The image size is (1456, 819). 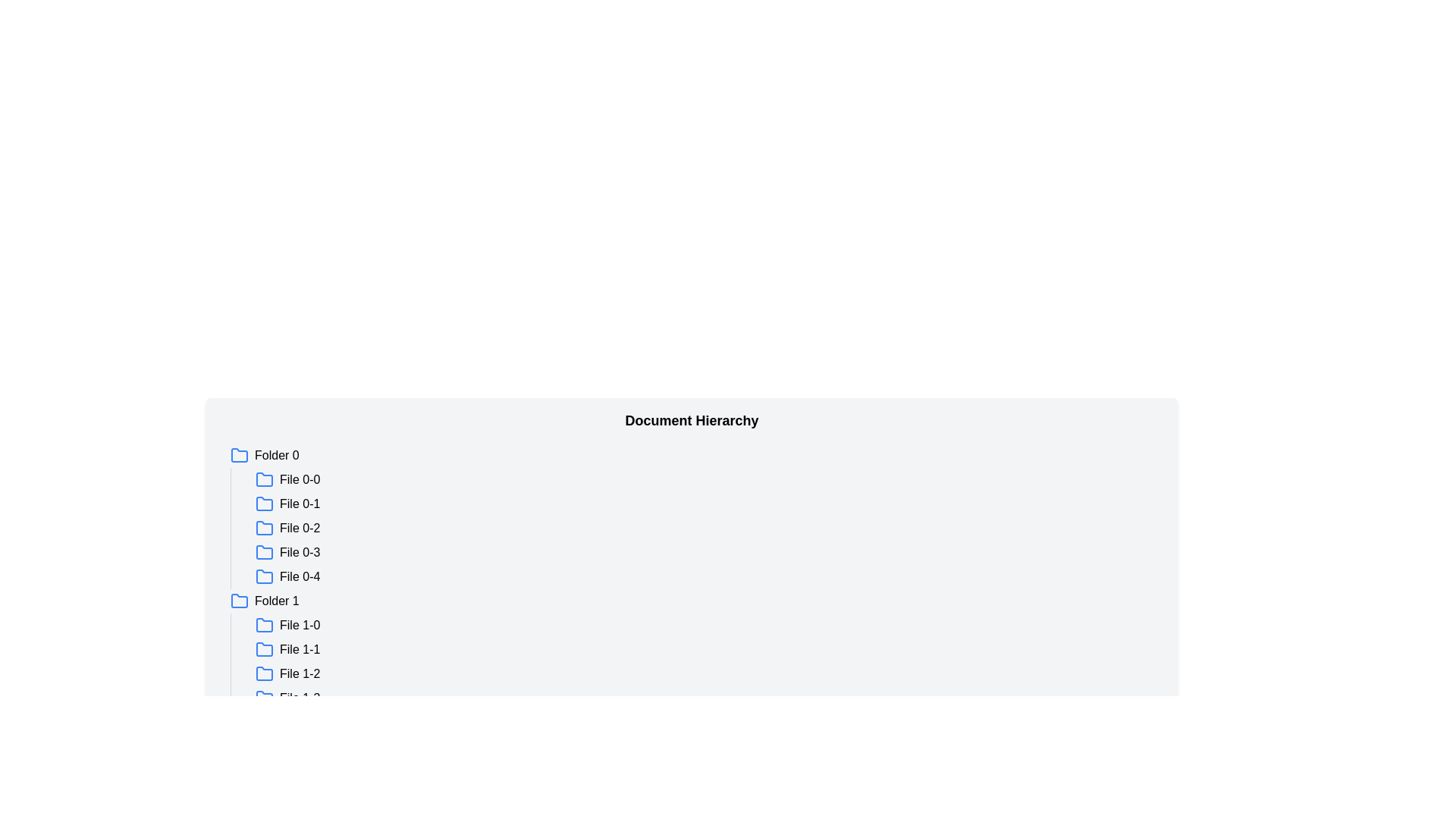 I want to click on the text label representing the second file entry under 'Folder 1', so click(x=300, y=648).